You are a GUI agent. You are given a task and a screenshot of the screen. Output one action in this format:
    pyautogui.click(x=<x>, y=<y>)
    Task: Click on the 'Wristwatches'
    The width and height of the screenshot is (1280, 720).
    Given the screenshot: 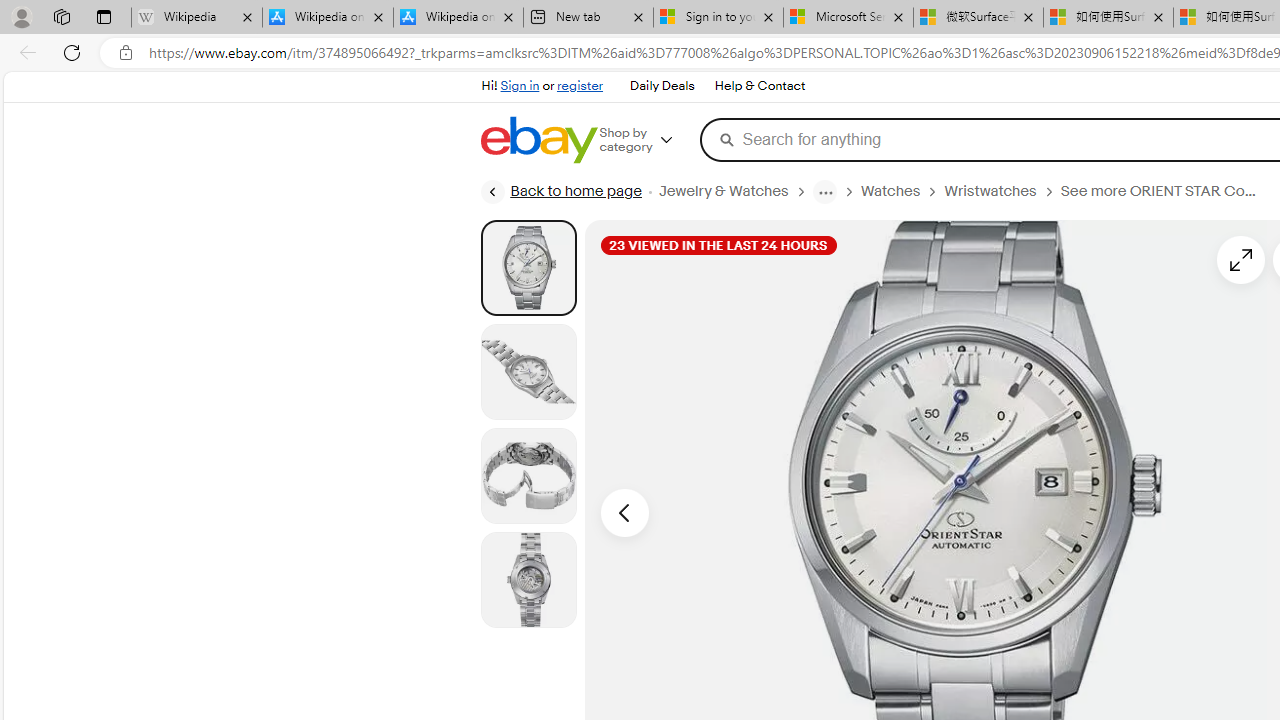 What is the action you would take?
    pyautogui.click(x=1002, y=191)
    